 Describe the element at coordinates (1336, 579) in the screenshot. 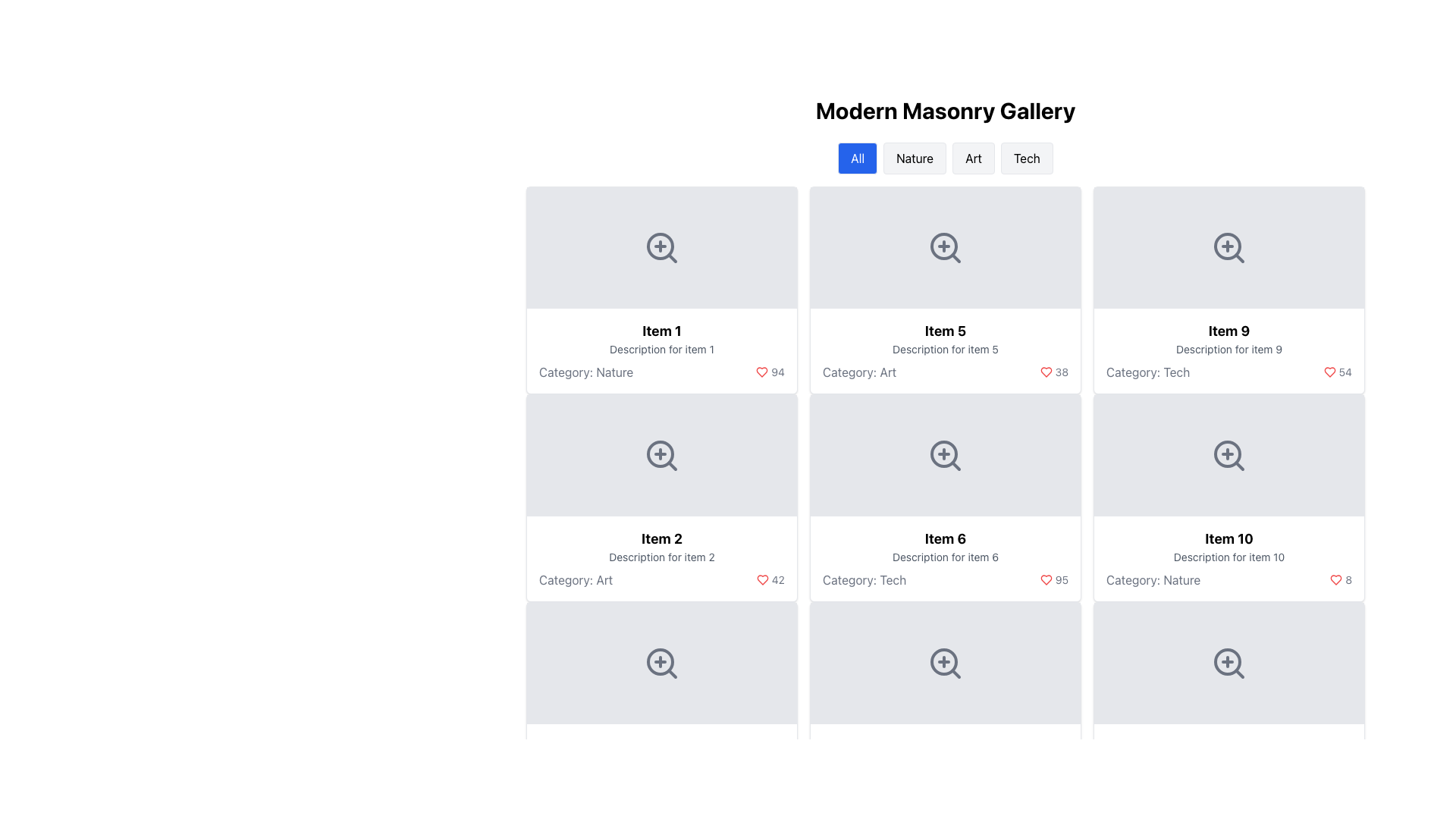

I see `the heart icon that indicates a like or favorite functionality for 'Item 10'` at that location.